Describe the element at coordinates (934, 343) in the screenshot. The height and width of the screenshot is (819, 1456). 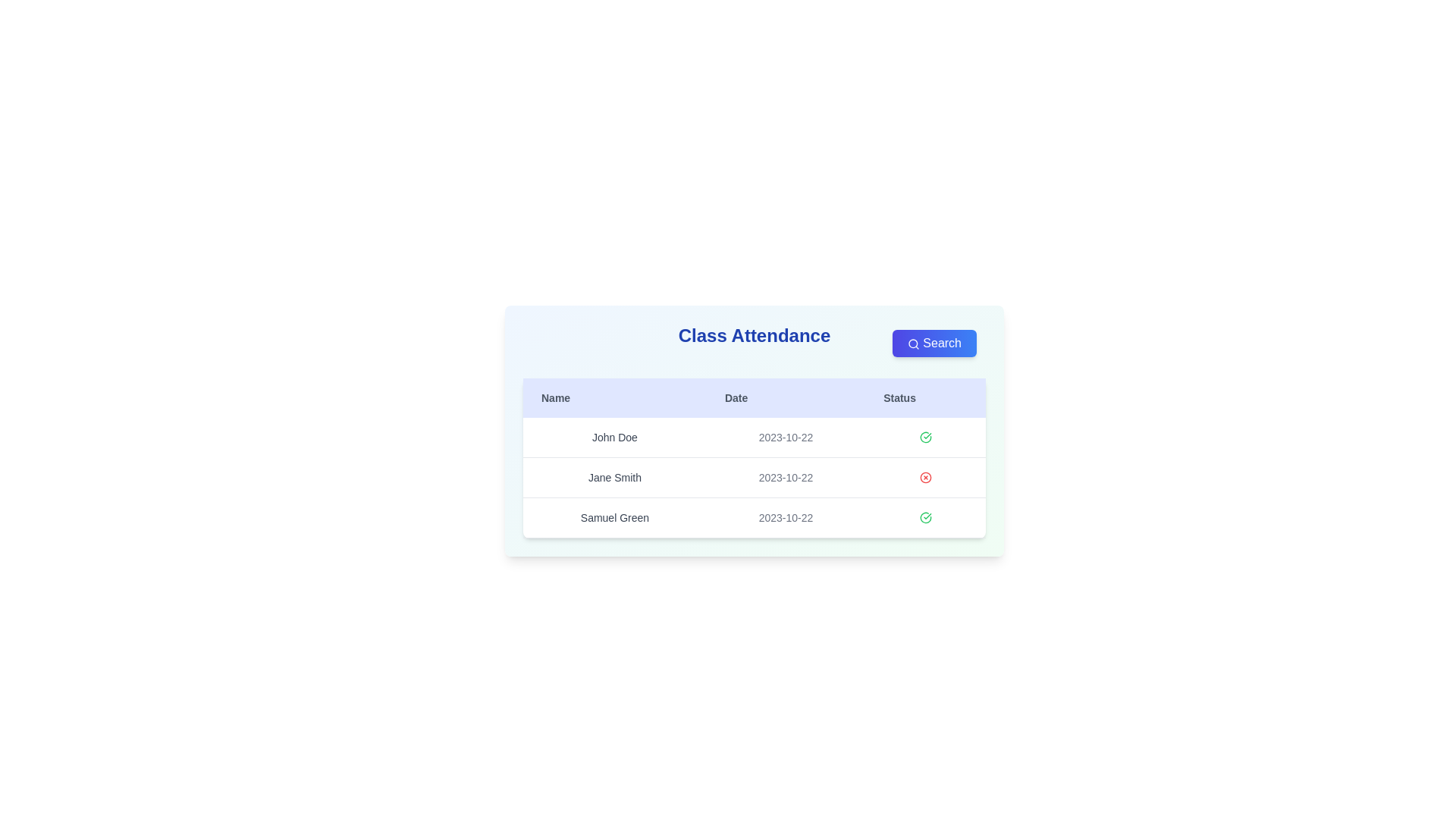
I see `the search button to initiate a search` at that location.